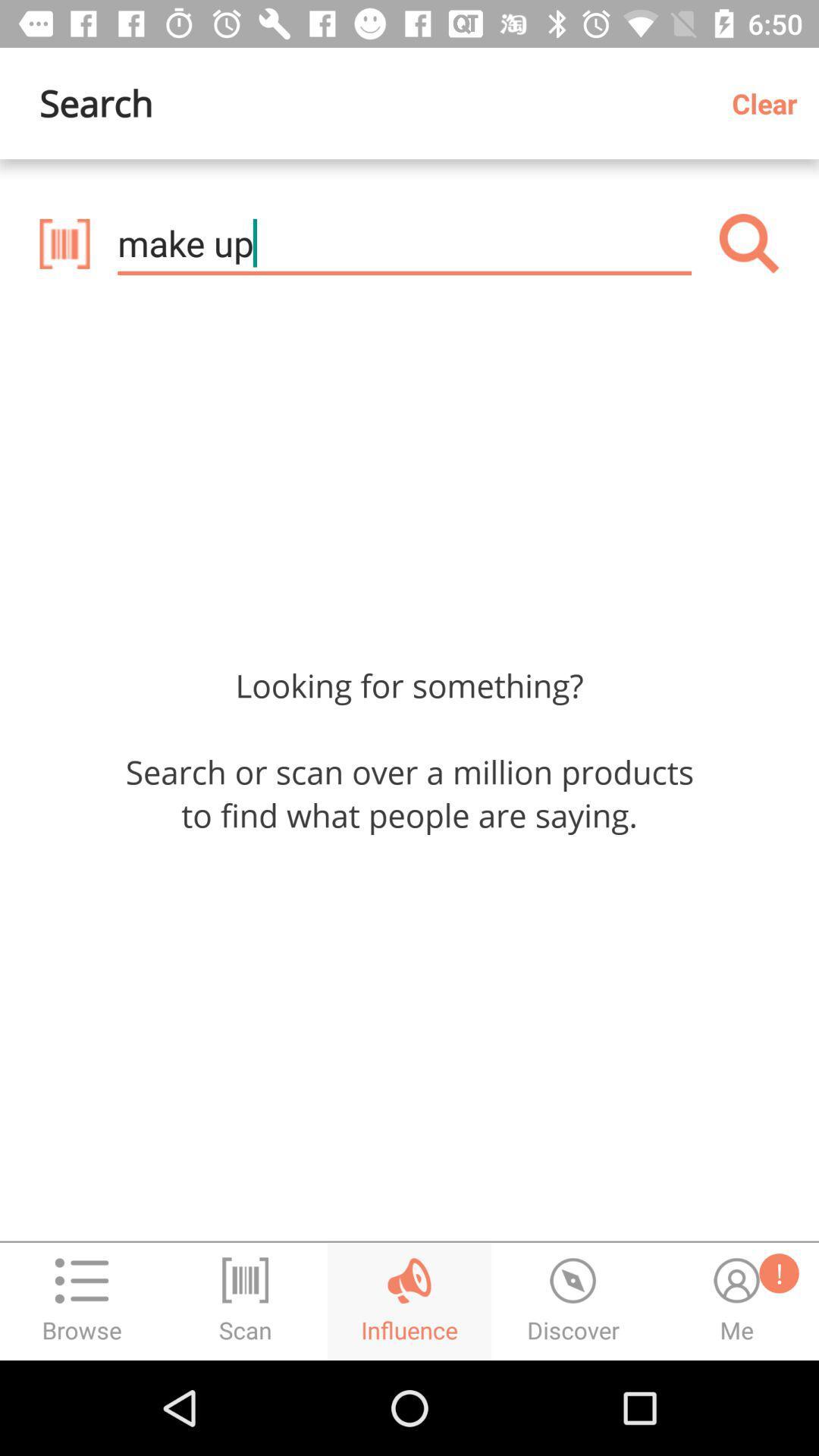  What do you see at coordinates (748, 243) in the screenshot?
I see `search option` at bounding box center [748, 243].